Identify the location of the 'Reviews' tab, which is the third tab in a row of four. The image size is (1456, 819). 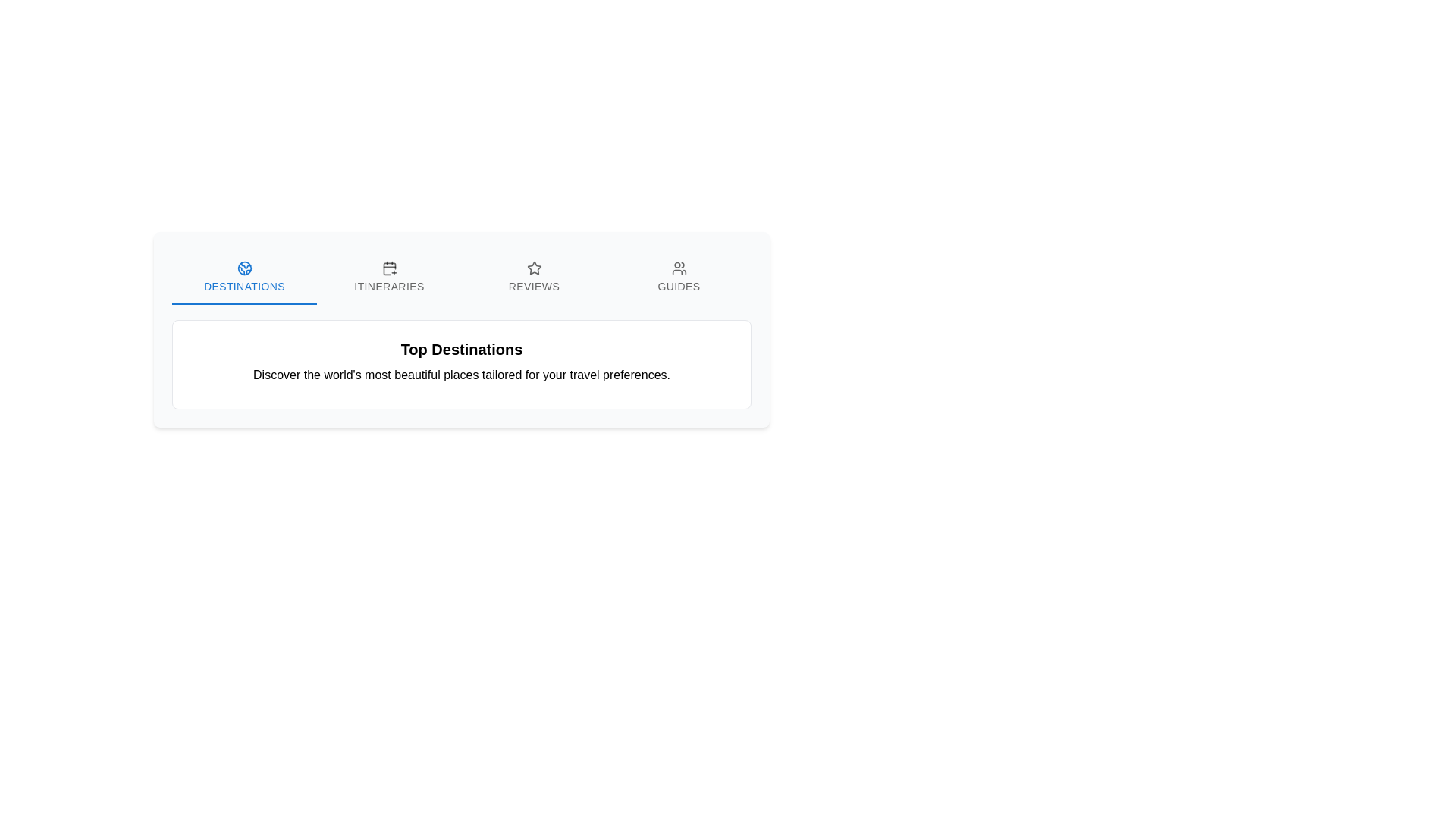
(534, 278).